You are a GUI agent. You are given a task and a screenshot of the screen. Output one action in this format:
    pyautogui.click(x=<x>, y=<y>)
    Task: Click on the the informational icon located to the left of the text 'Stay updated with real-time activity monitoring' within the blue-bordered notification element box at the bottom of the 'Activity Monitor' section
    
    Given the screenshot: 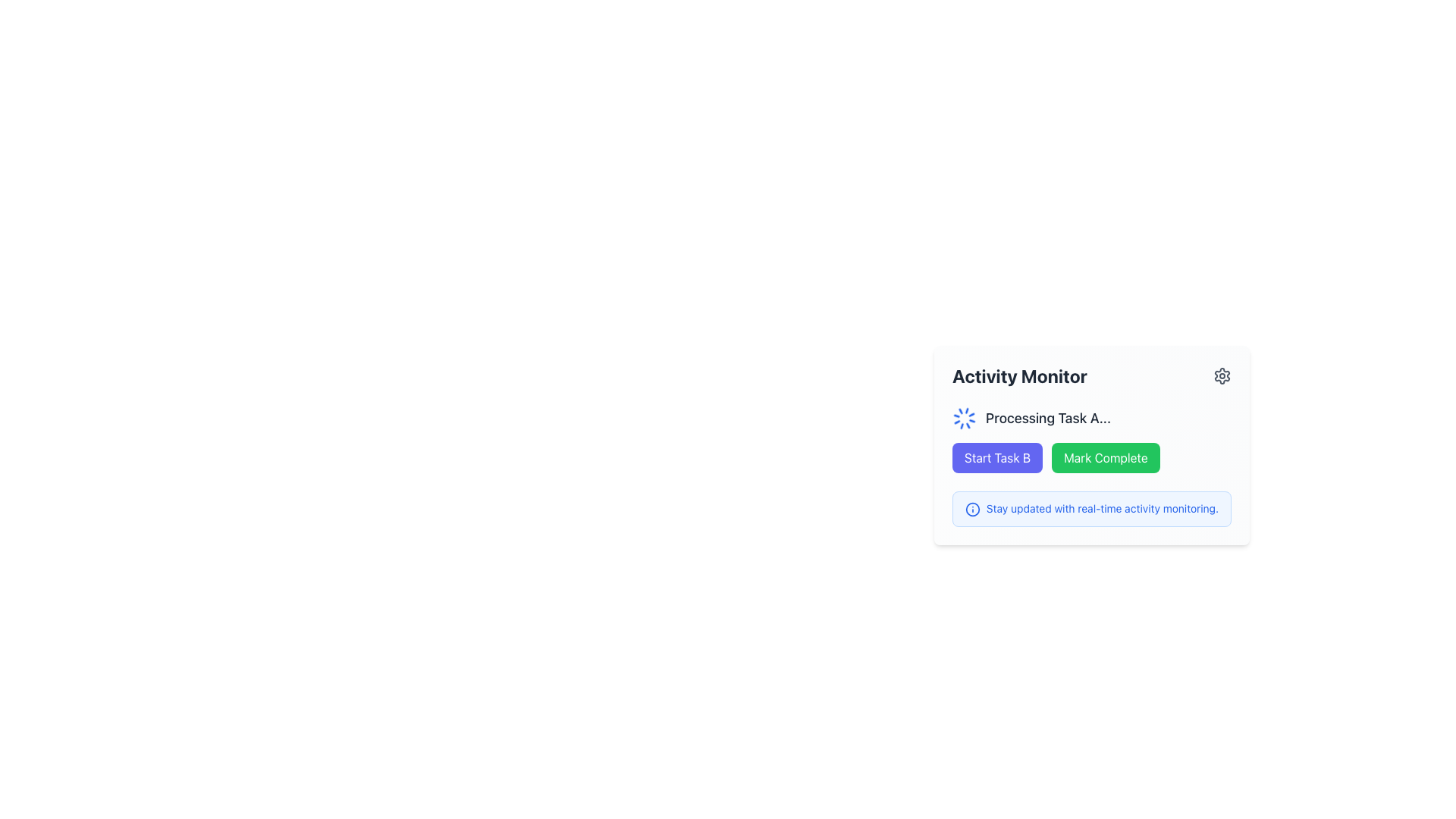 What is the action you would take?
    pyautogui.click(x=972, y=510)
    